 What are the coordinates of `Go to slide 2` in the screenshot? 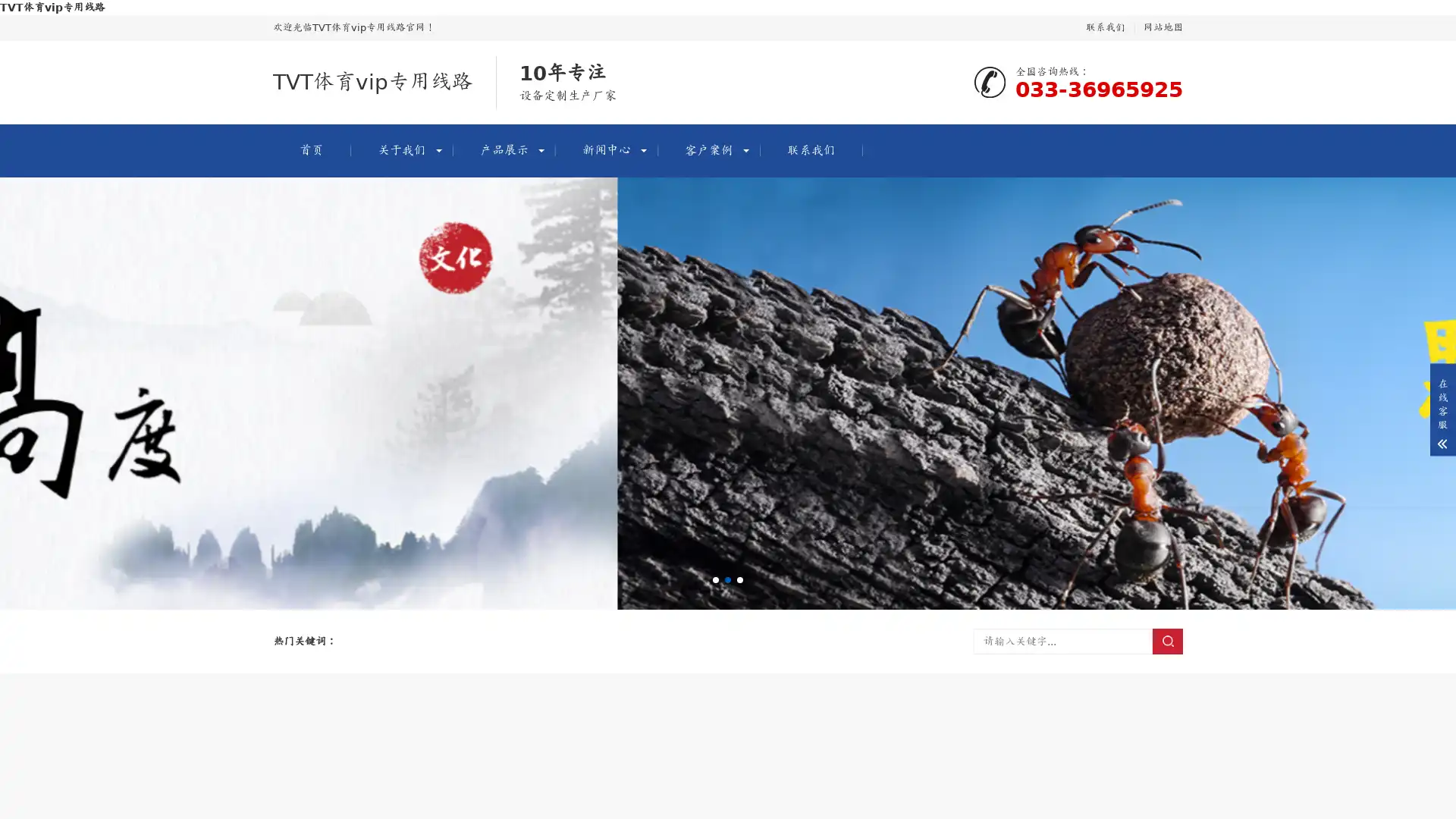 It's located at (728, 579).